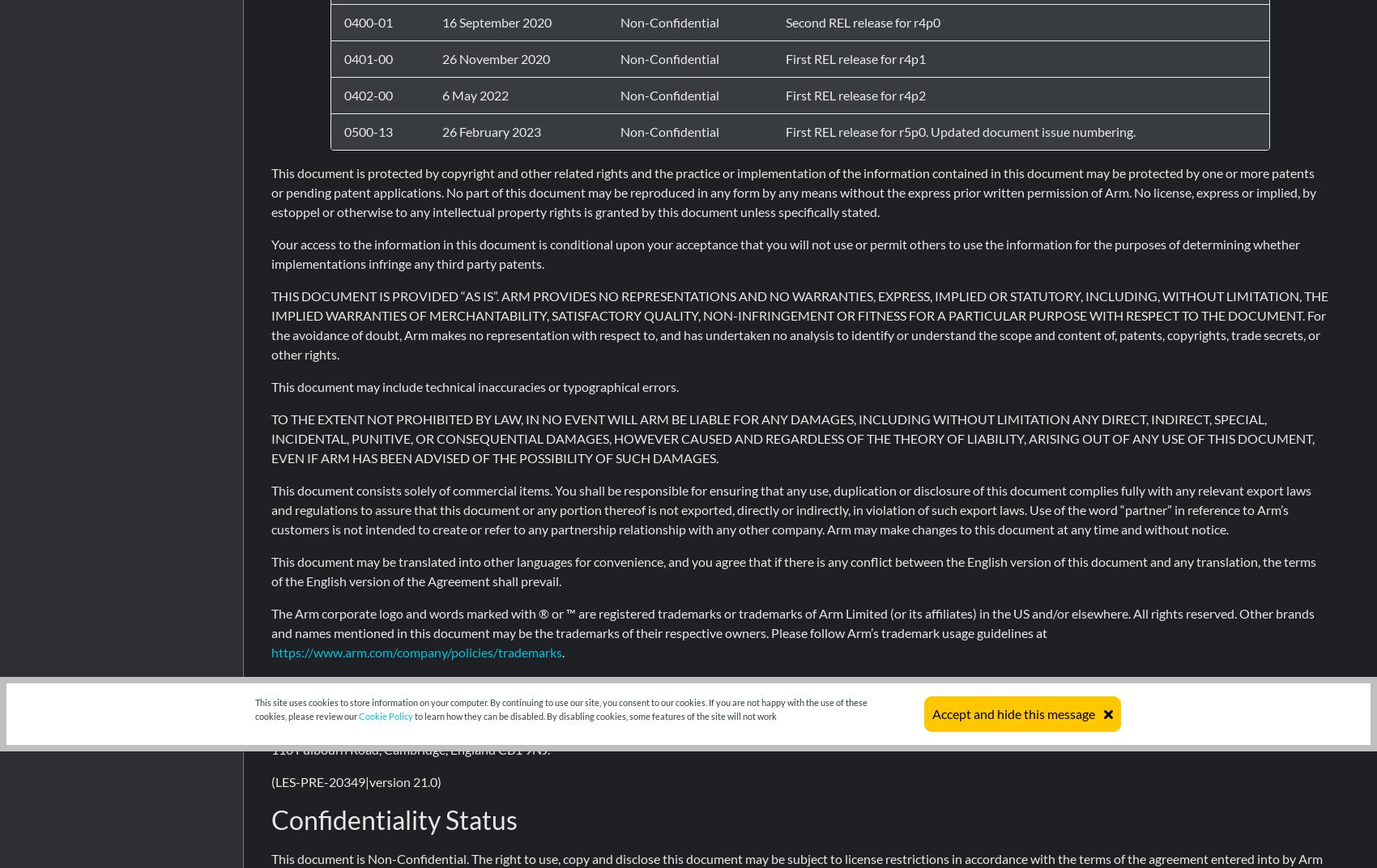 The width and height of the screenshot is (1377, 868). Describe the element at coordinates (854, 95) in the screenshot. I see `'First REL release for r4p2'` at that location.